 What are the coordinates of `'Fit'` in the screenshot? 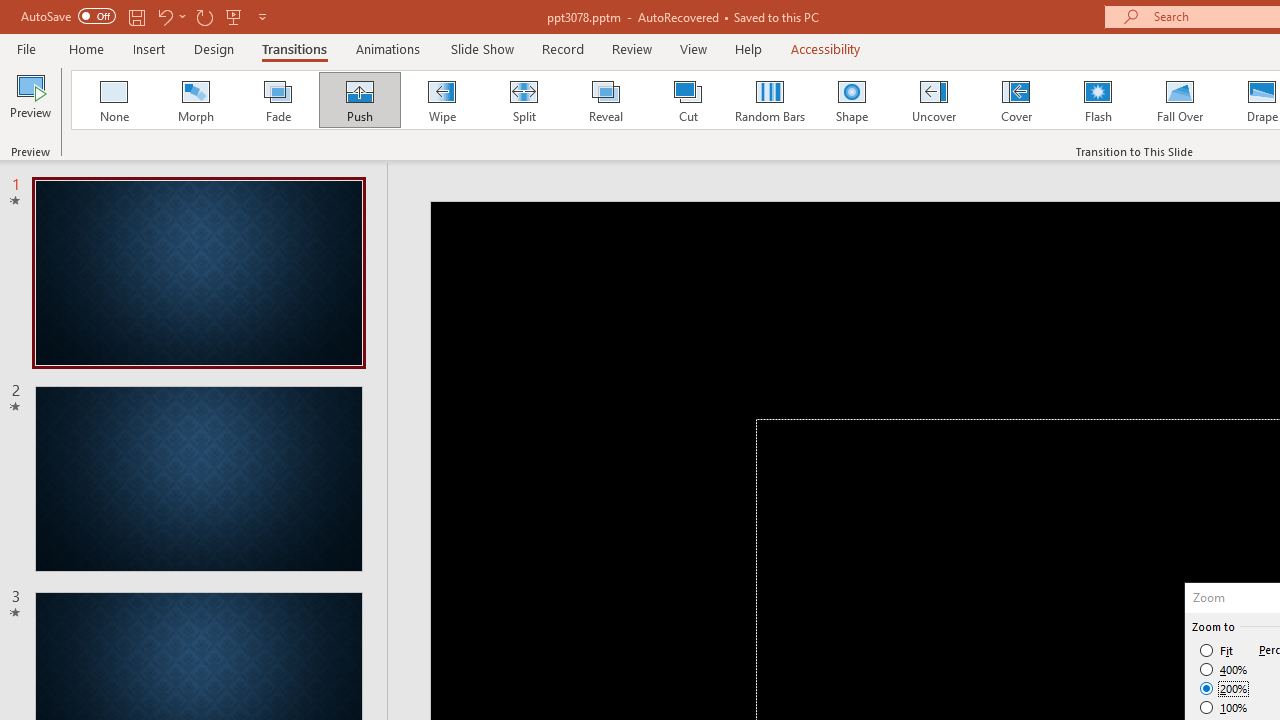 It's located at (1216, 650).